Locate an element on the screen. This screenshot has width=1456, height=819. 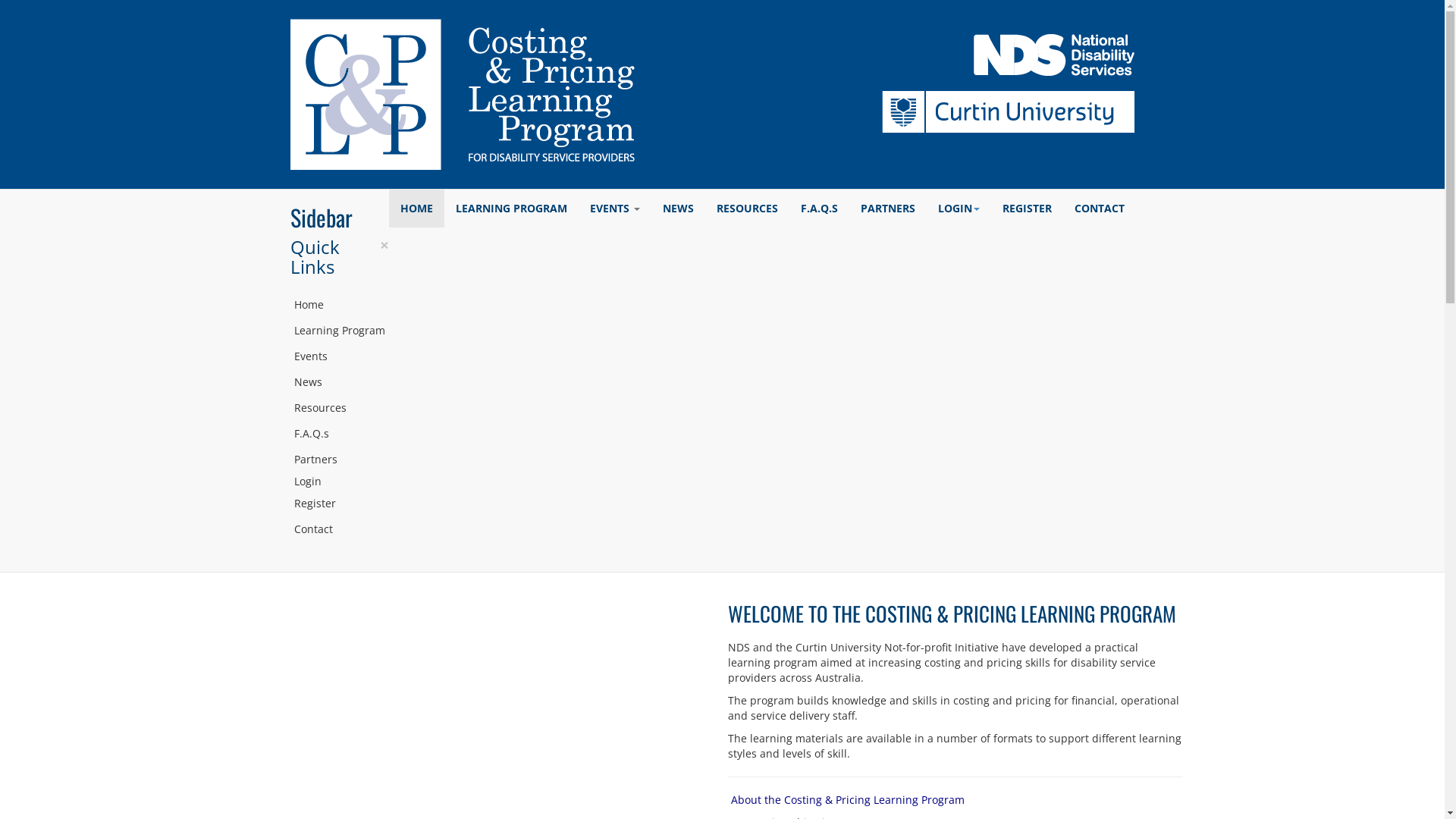
'Learning Program' is located at coordinates (337, 329).